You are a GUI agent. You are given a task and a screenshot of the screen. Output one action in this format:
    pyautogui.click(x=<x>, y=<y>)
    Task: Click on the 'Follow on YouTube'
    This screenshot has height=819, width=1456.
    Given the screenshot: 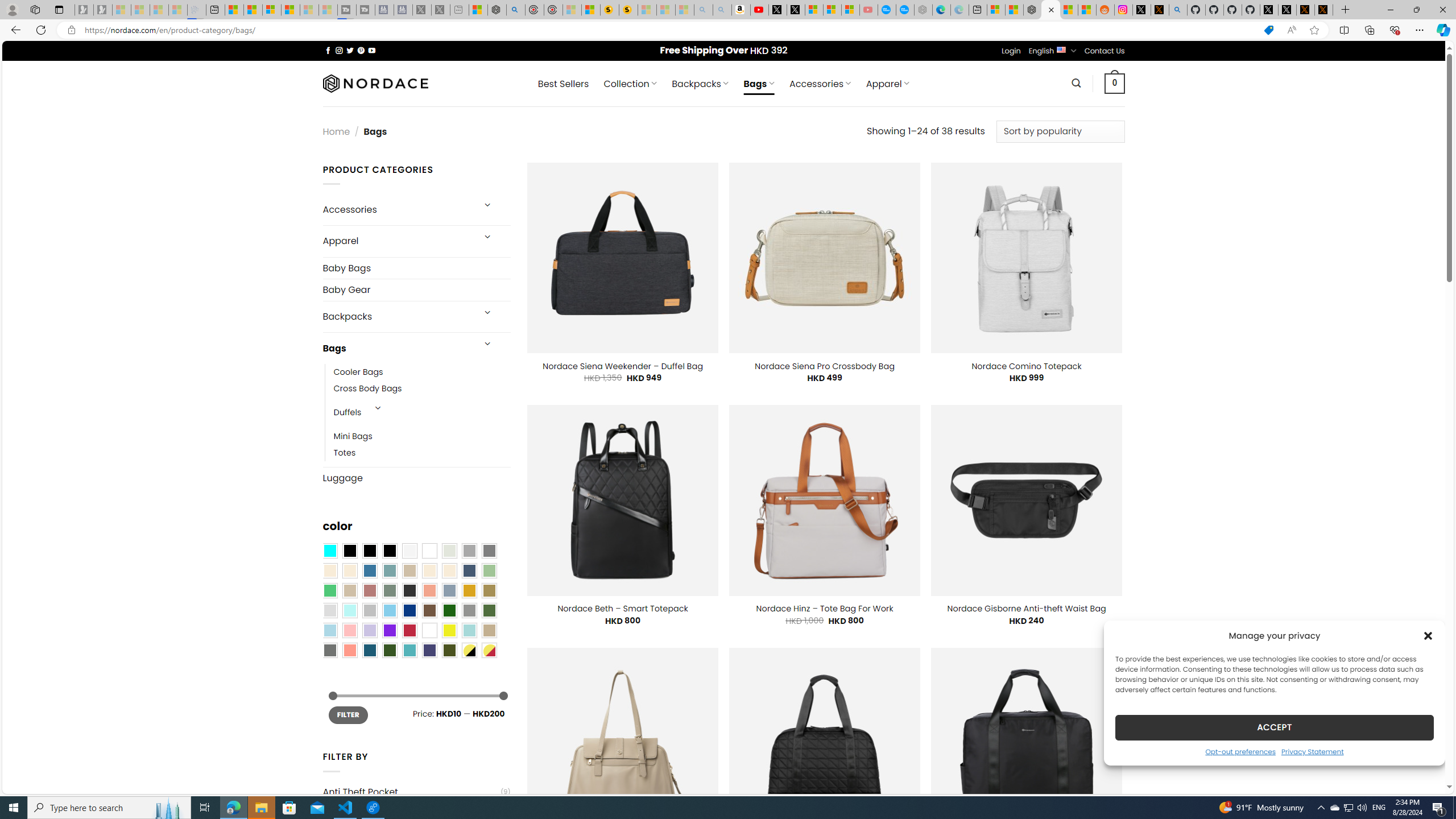 What is the action you would take?
    pyautogui.click(x=371, y=50)
    